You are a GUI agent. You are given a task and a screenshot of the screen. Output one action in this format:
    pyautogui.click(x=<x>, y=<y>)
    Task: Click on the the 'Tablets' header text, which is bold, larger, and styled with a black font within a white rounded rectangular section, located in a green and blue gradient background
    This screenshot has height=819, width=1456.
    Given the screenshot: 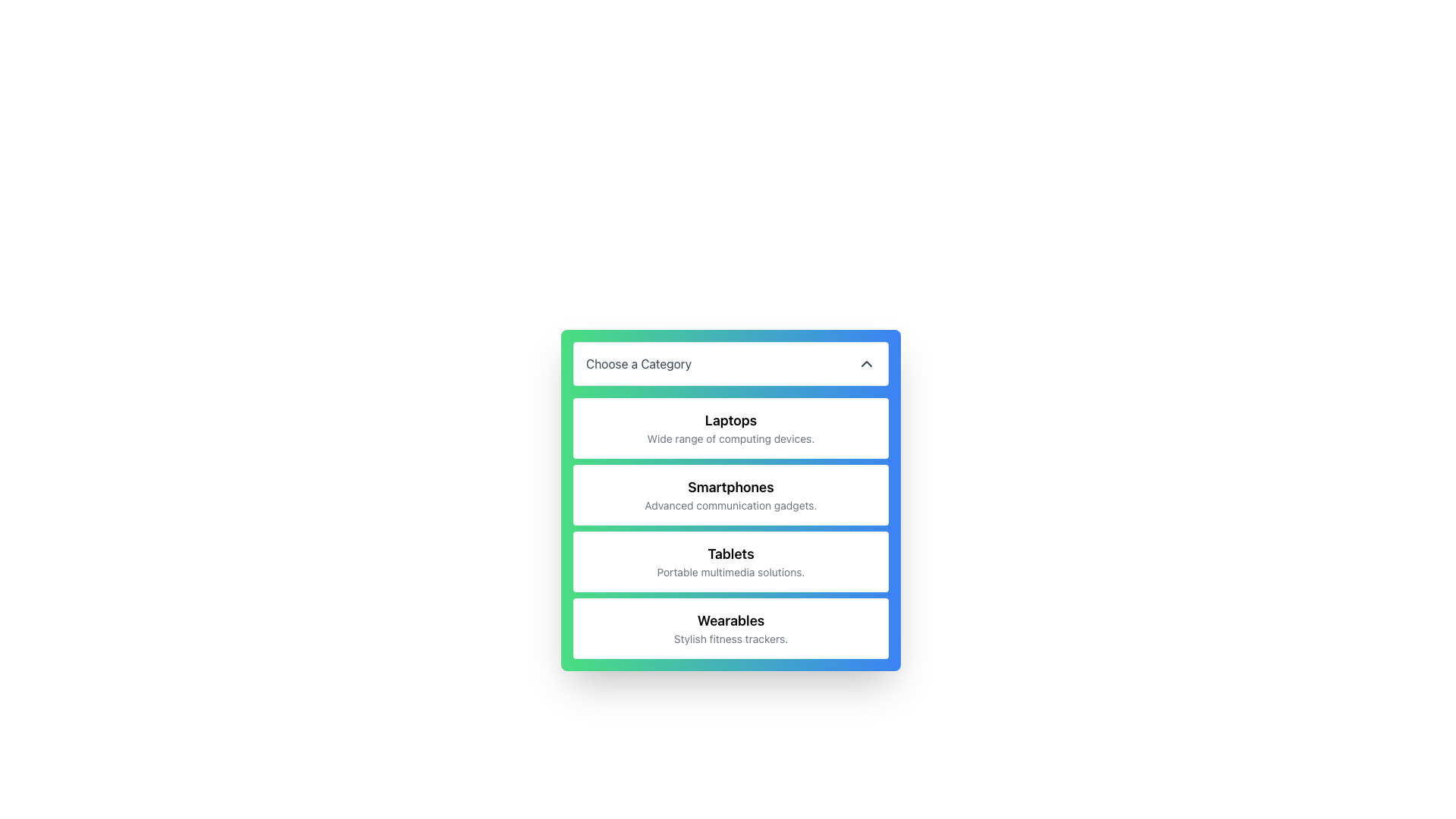 What is the action you would take?
    pyautogui.click(x=731, y=554)
    